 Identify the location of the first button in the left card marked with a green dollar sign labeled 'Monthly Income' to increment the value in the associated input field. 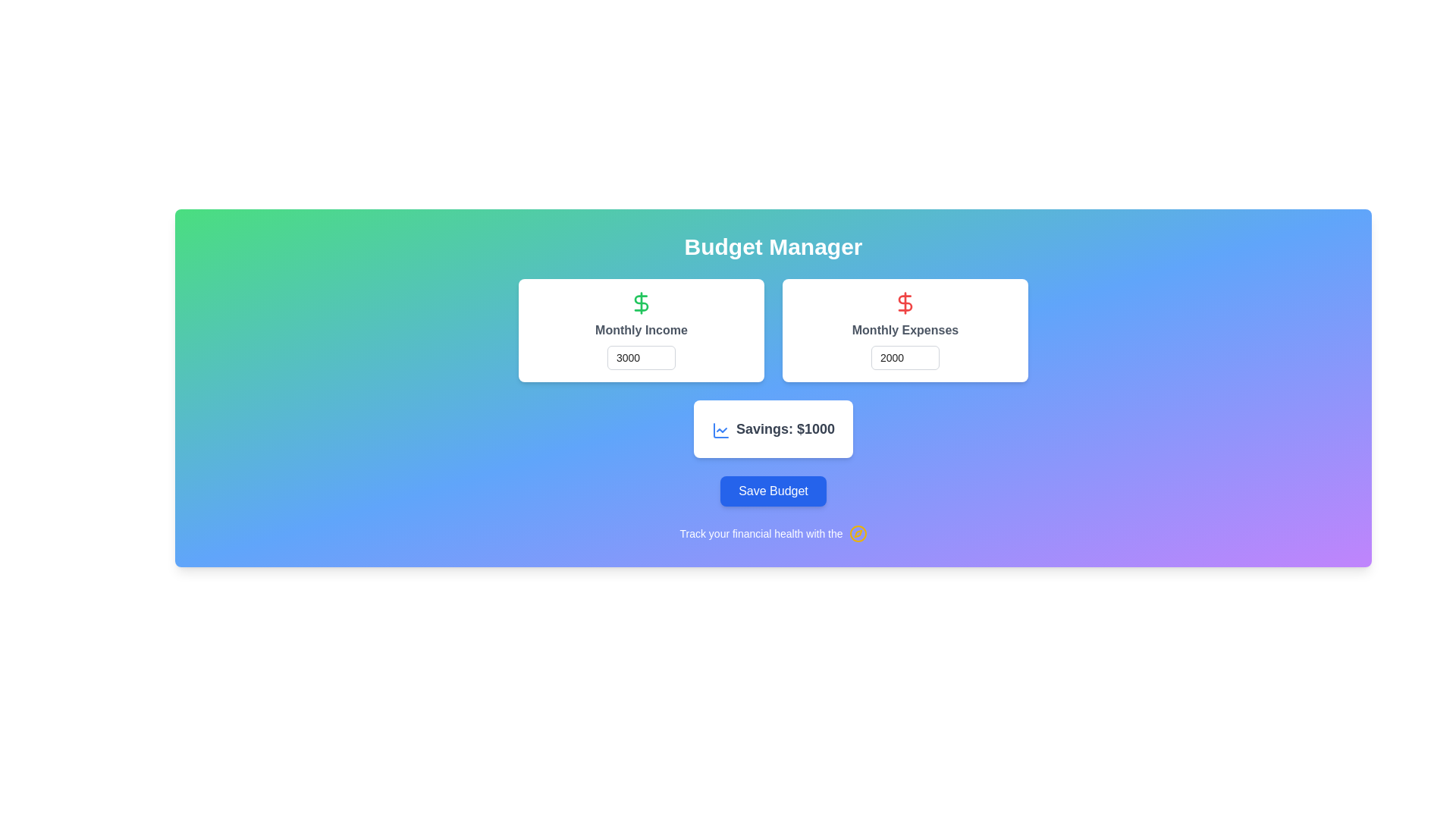
(674, 352).